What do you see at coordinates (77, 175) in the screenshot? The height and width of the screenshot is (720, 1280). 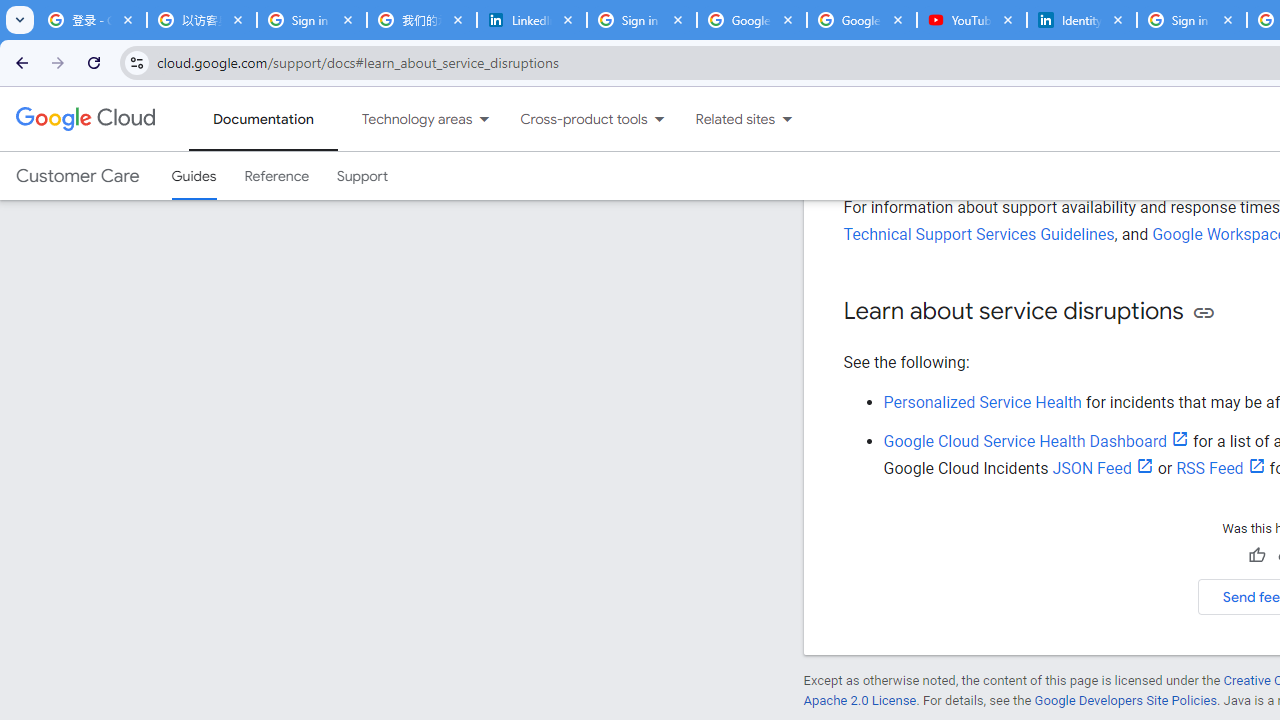 I see `'Customer Care'` at bounding box center [77, 175].